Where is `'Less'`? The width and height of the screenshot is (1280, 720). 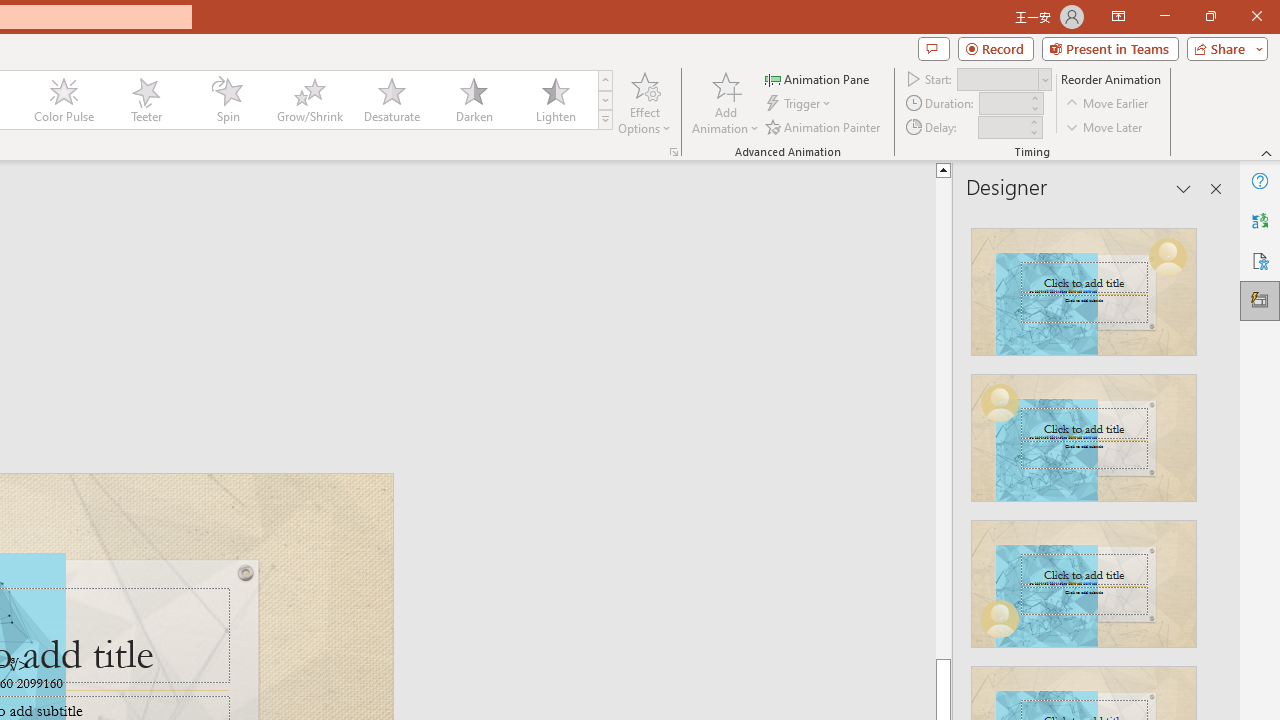
'Less' is located at coordinates (1033, 132).